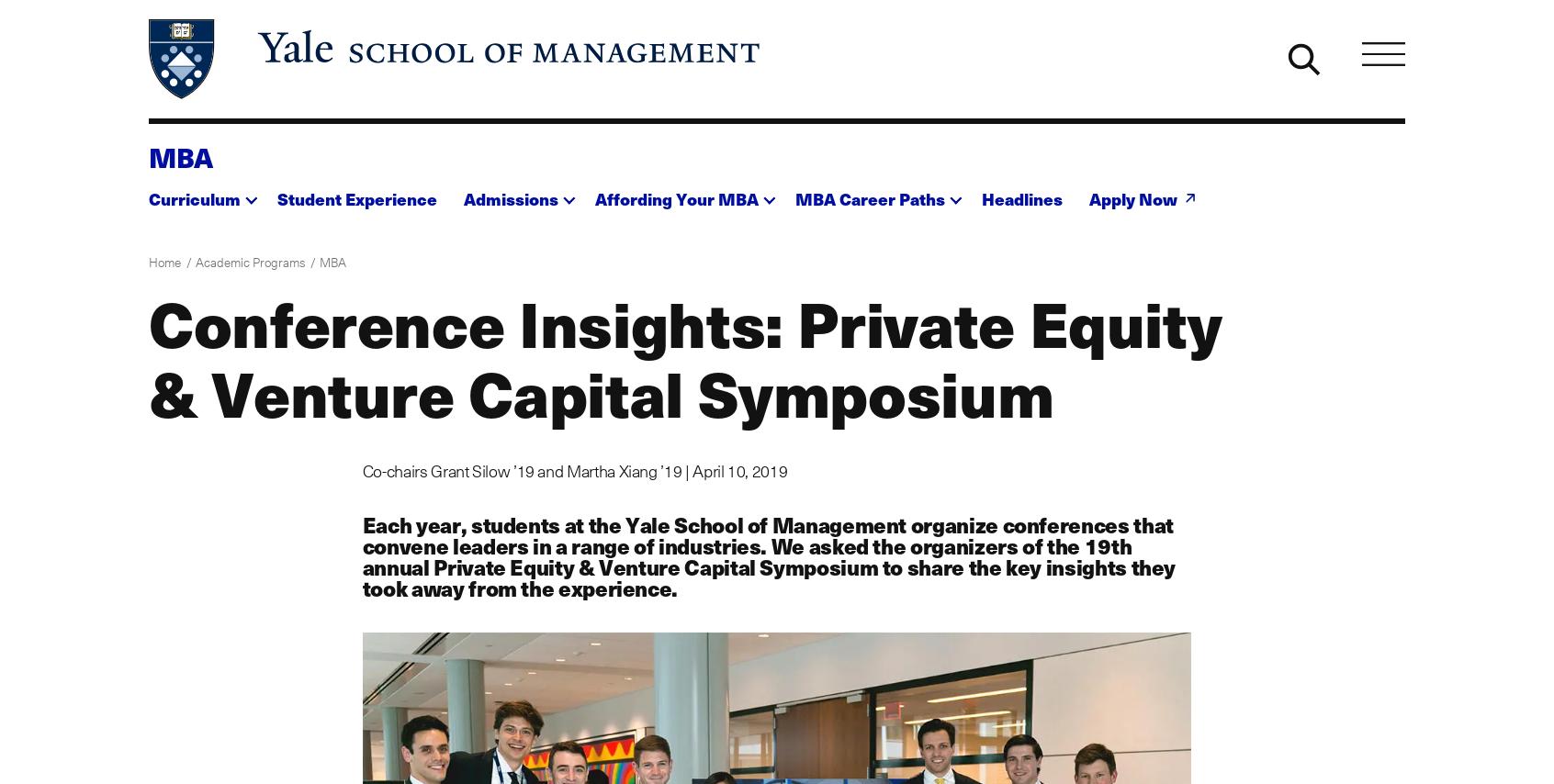 The image size is (1554, 784). Describe the element at coordinates (601, 518) in the screenshot. I see `'Previously Recorded MBA Admissions Events'` at that location.